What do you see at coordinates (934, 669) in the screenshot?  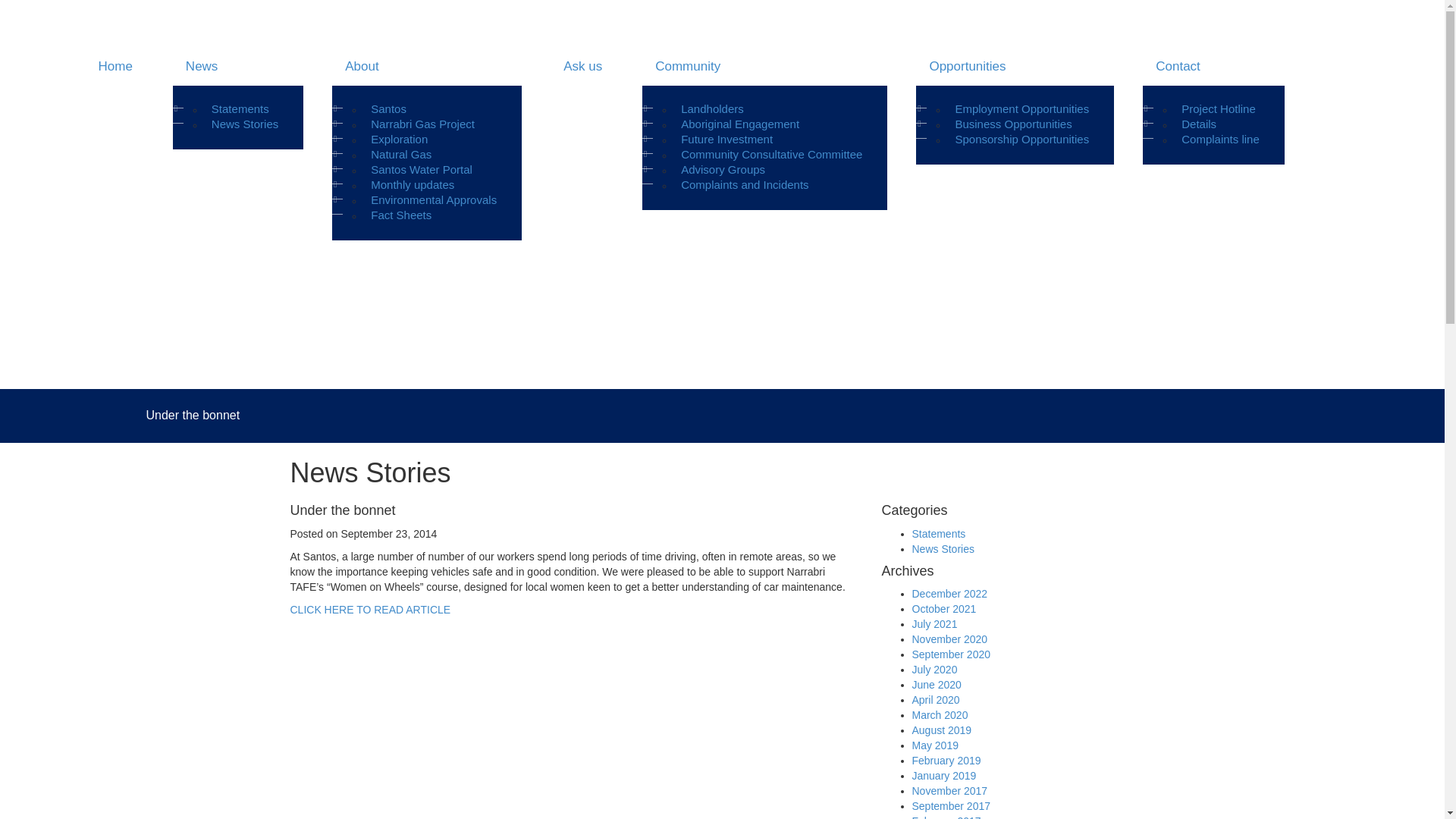 I see `'July 2020'` at bounding box center [934, 669].